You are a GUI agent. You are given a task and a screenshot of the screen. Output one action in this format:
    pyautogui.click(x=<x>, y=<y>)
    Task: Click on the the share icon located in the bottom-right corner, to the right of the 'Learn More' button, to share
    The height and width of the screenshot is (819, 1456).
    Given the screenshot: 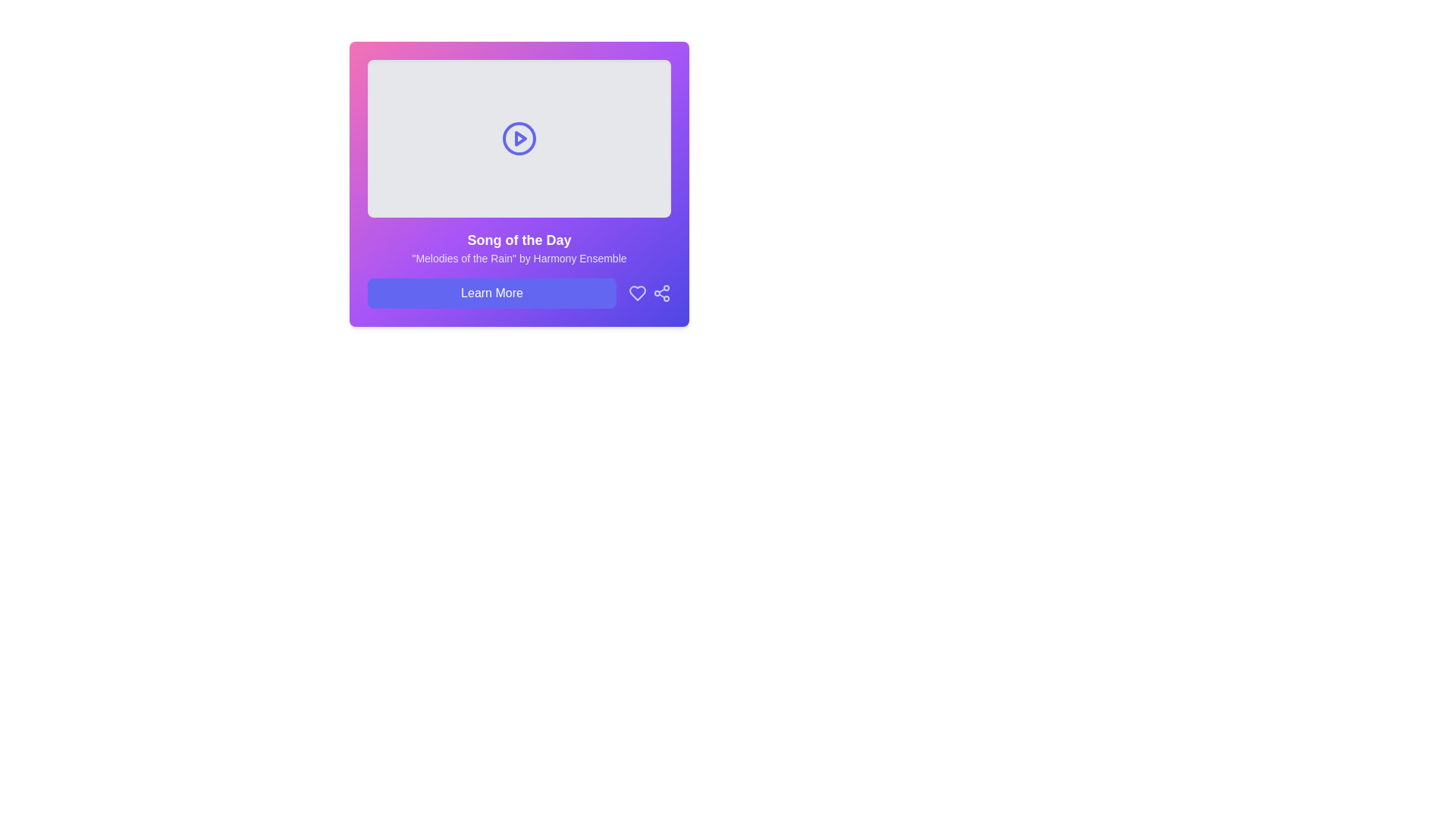 What is the action you would take?
    pyautogui.click(x=650, y=293)
    